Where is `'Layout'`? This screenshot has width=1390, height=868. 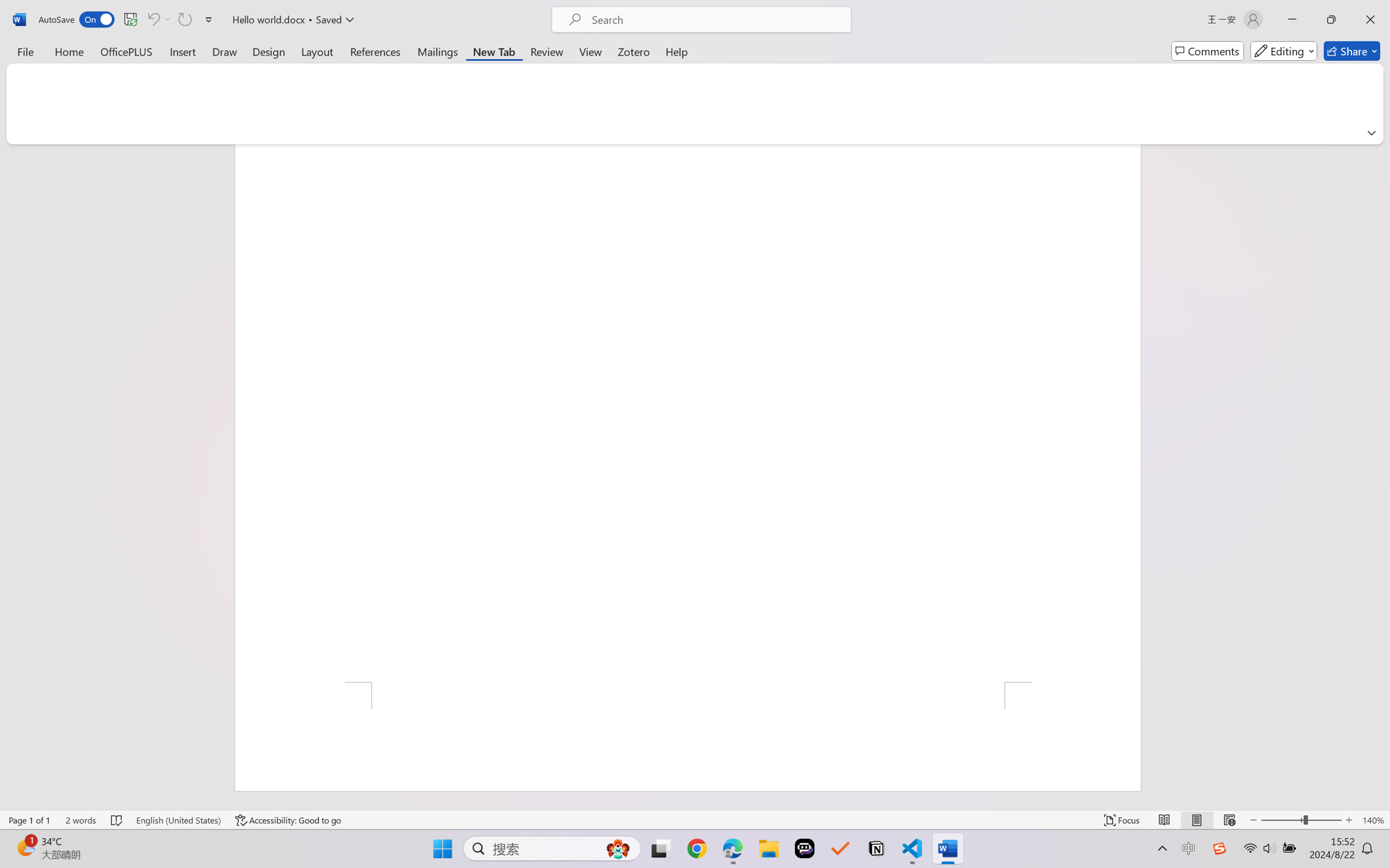
'Layout' is located at coordinates (316, 51).